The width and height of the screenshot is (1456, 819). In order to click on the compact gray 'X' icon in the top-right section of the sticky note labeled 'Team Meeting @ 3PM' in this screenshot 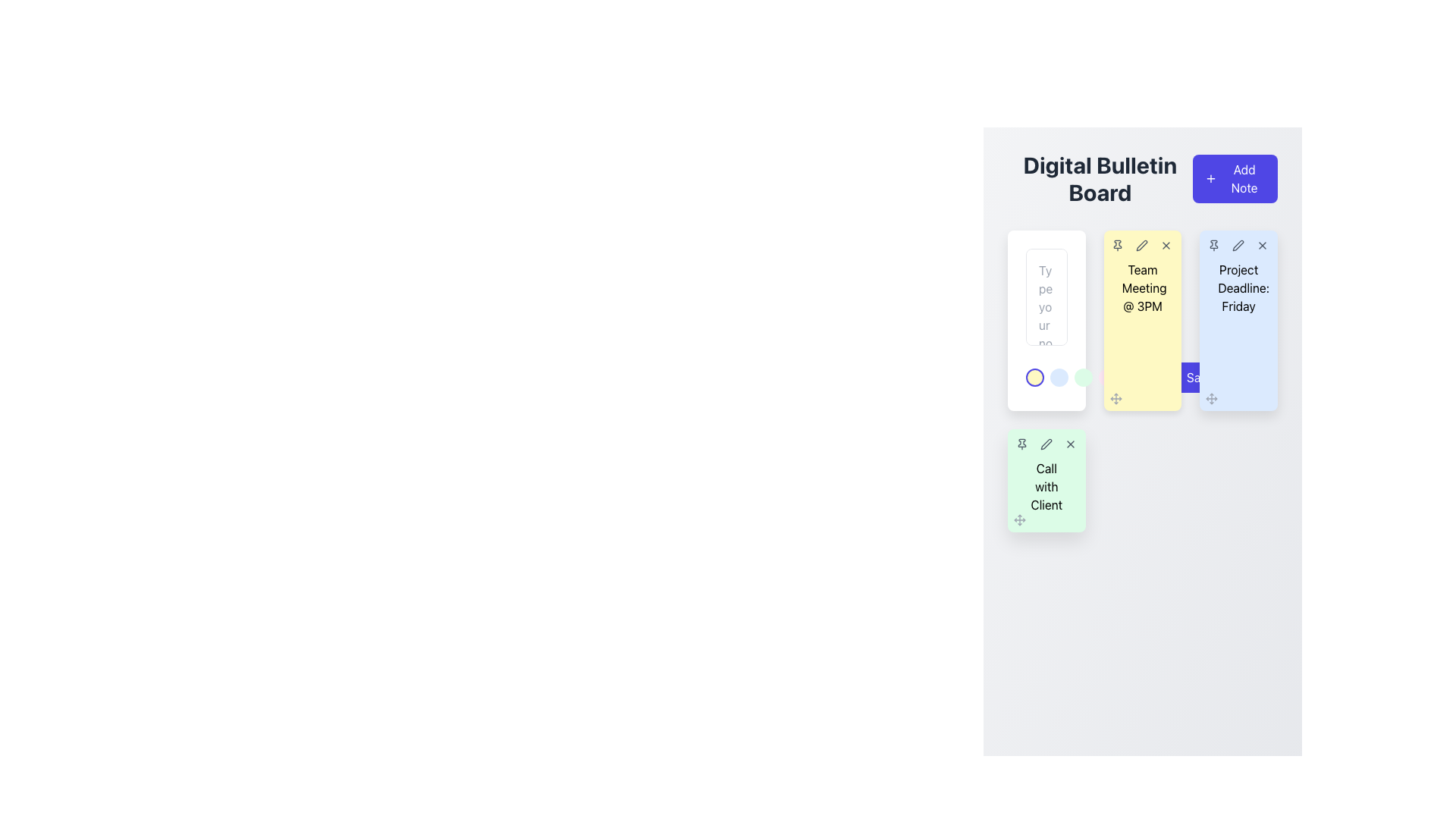, I will do `click(1166, 245)`.